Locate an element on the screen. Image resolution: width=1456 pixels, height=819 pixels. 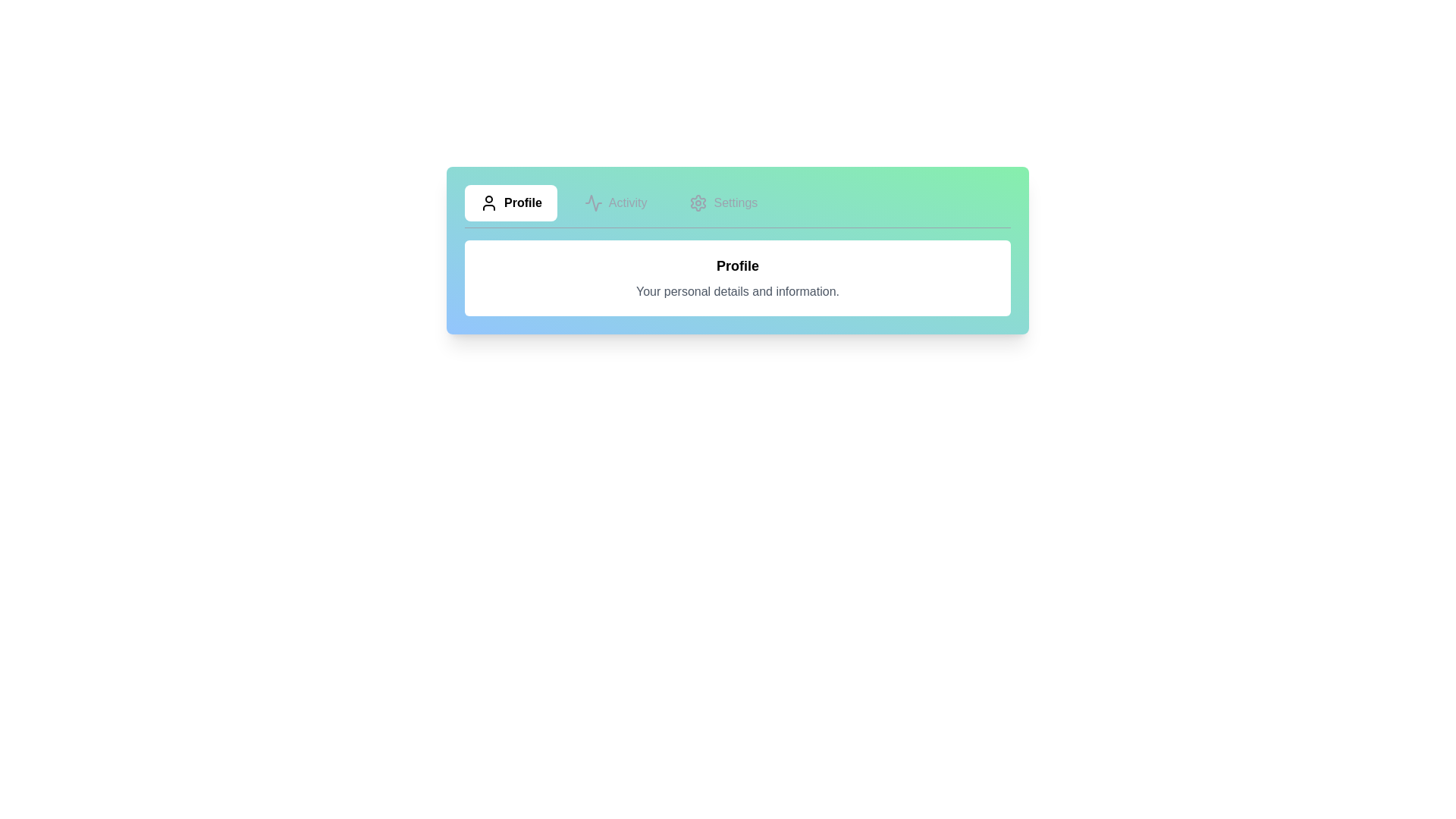
the tab labeled Activity to view its content is located at coordinates (616, 202).